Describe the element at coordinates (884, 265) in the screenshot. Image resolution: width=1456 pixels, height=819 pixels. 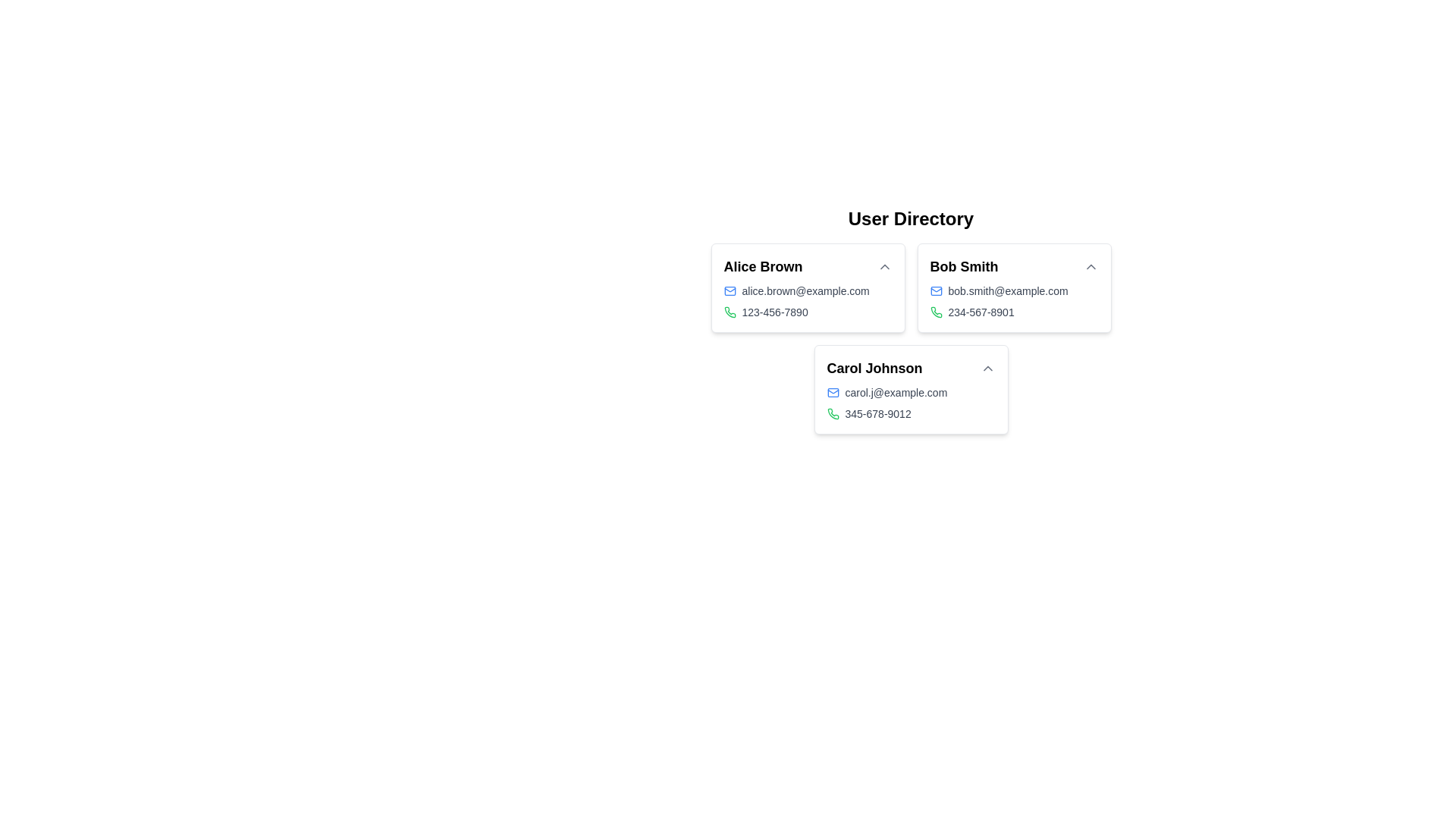
I see `the toggle control icon located in the upper-right corner of the 'Alice Brown' section, which is used for expanding or collapsing additional information` at that location.